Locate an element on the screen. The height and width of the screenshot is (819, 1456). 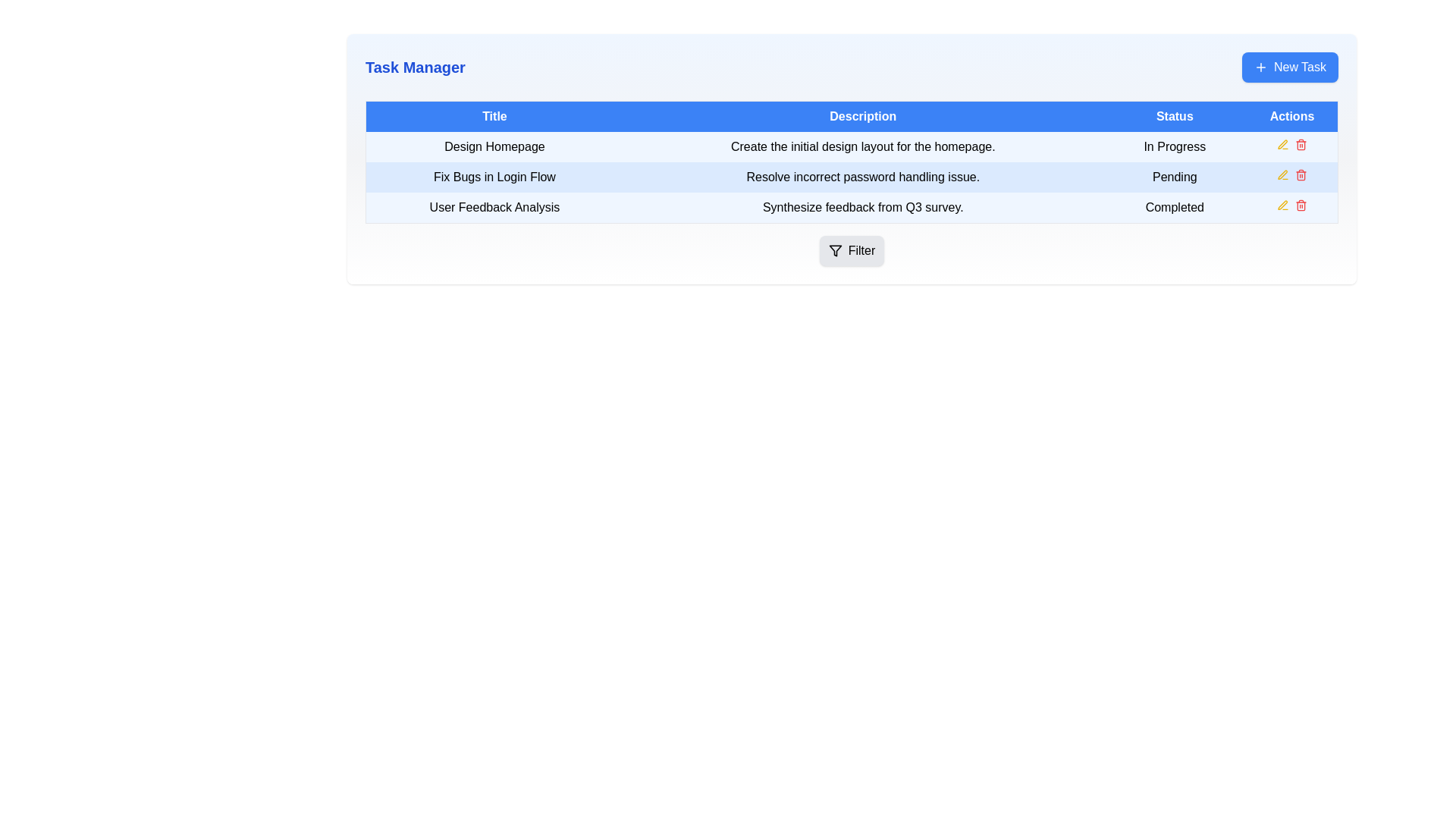
text label displaying 'User Feedback Analysis' located in the first cell of the third row under the 'Title' column in a table with a light blue background is located at coordinates (494, 208).